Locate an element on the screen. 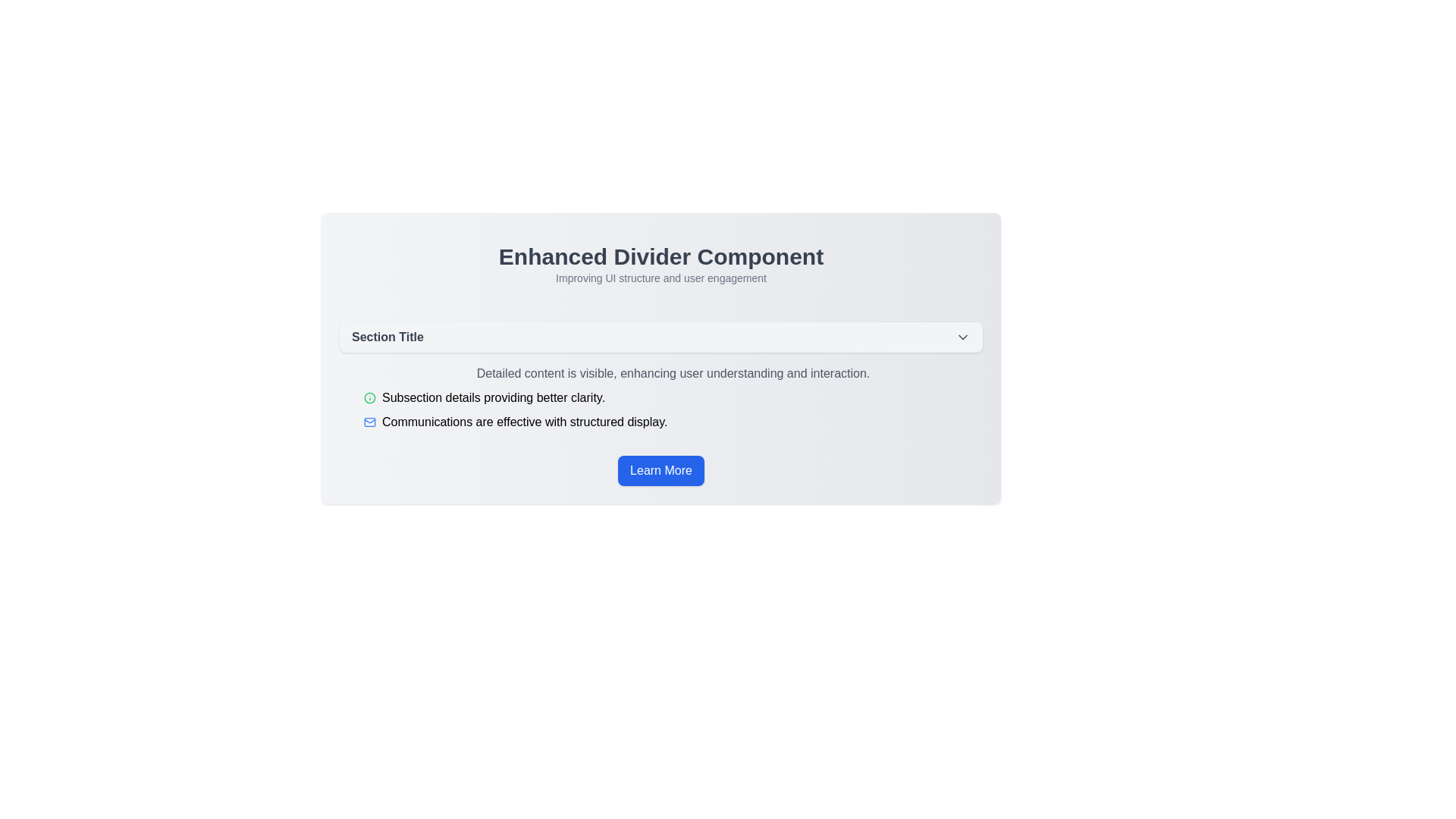 The height and width of the screenshot is (819, 1456). the static text element that provides specific details related to the main section, located below the main section title and to the left of a small green informational icon is located at coordinates (494, 397).